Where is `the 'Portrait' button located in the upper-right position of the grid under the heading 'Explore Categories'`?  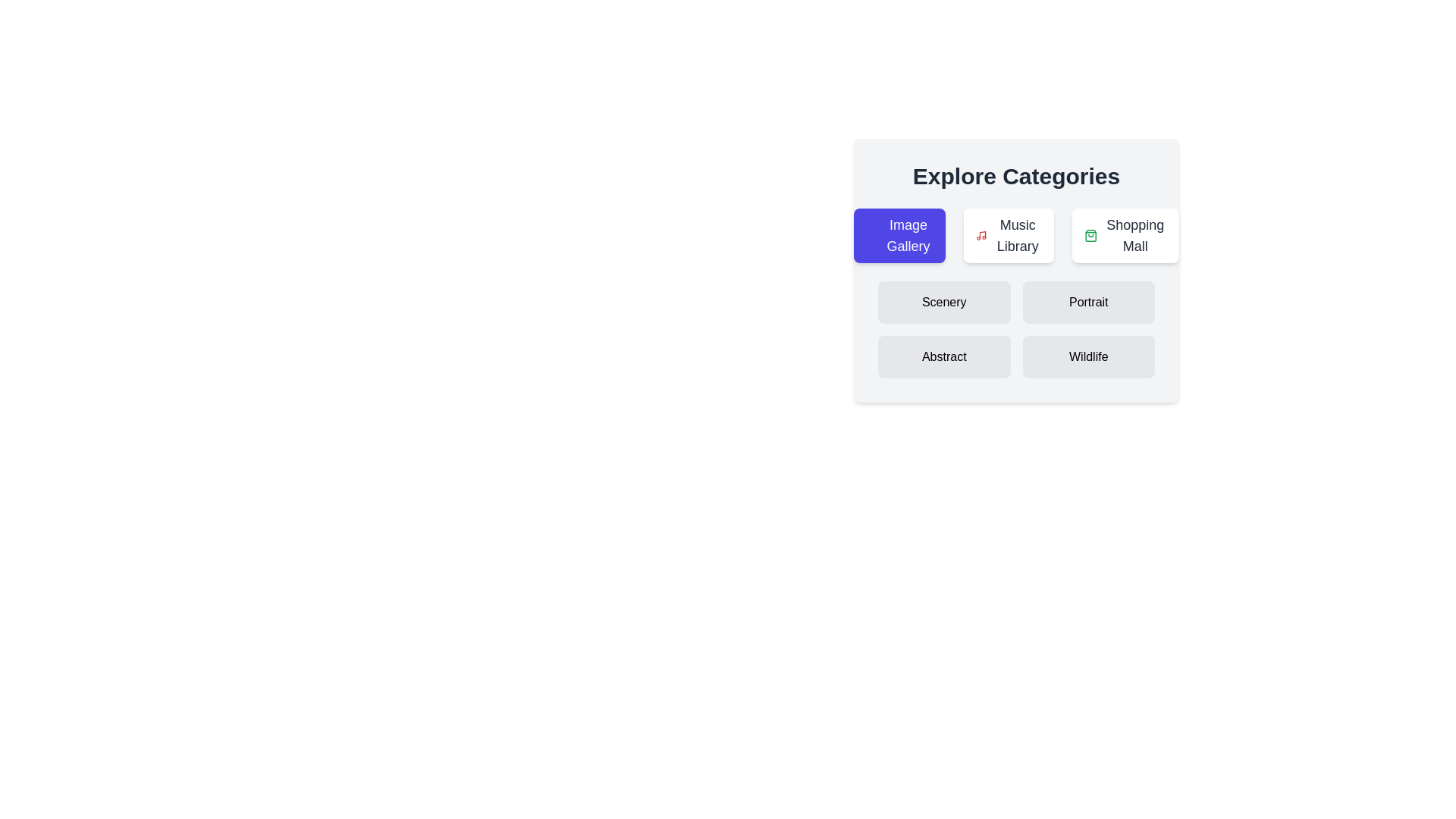
the 'Portrait' button located in the upper-right position of the grid under the heading 'Explore Categories' is located at coordinates (1087, 302).